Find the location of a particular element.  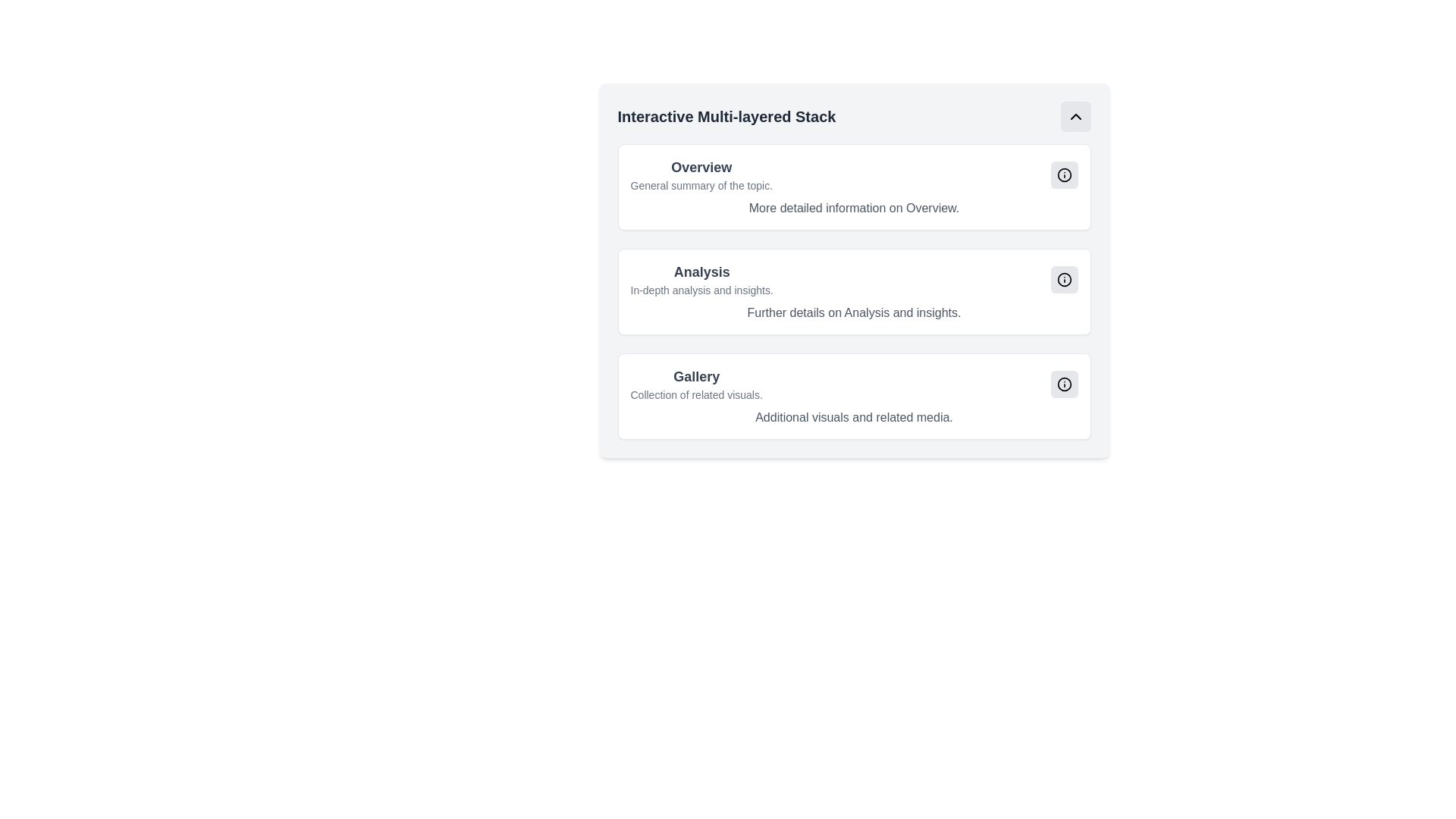

the small circular 'Info' icon with a black outline and white background located at the bottom right corner of the 'Gallery' box is located at coordinates (1063, 383).